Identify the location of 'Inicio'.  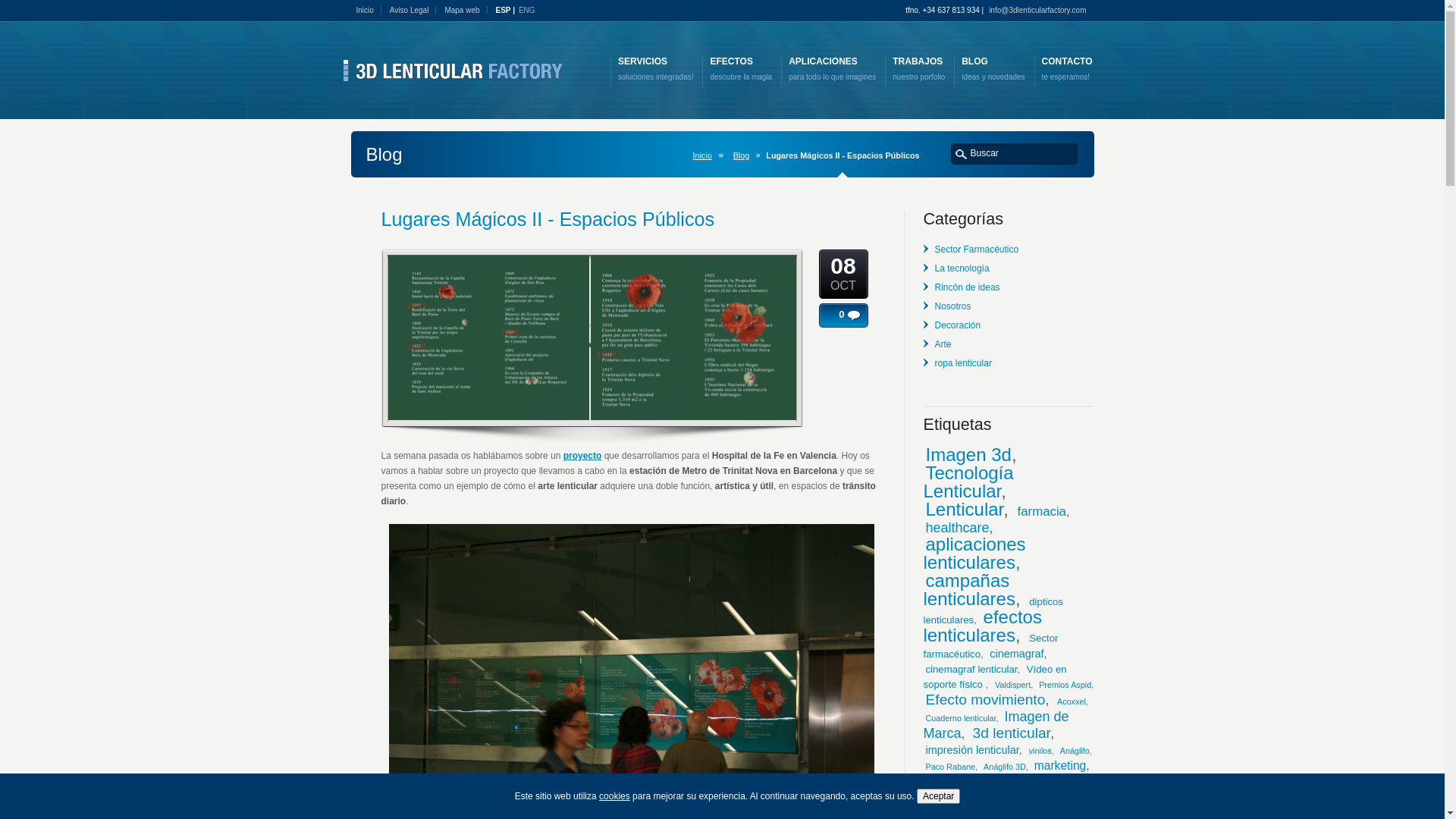
(704, 155).